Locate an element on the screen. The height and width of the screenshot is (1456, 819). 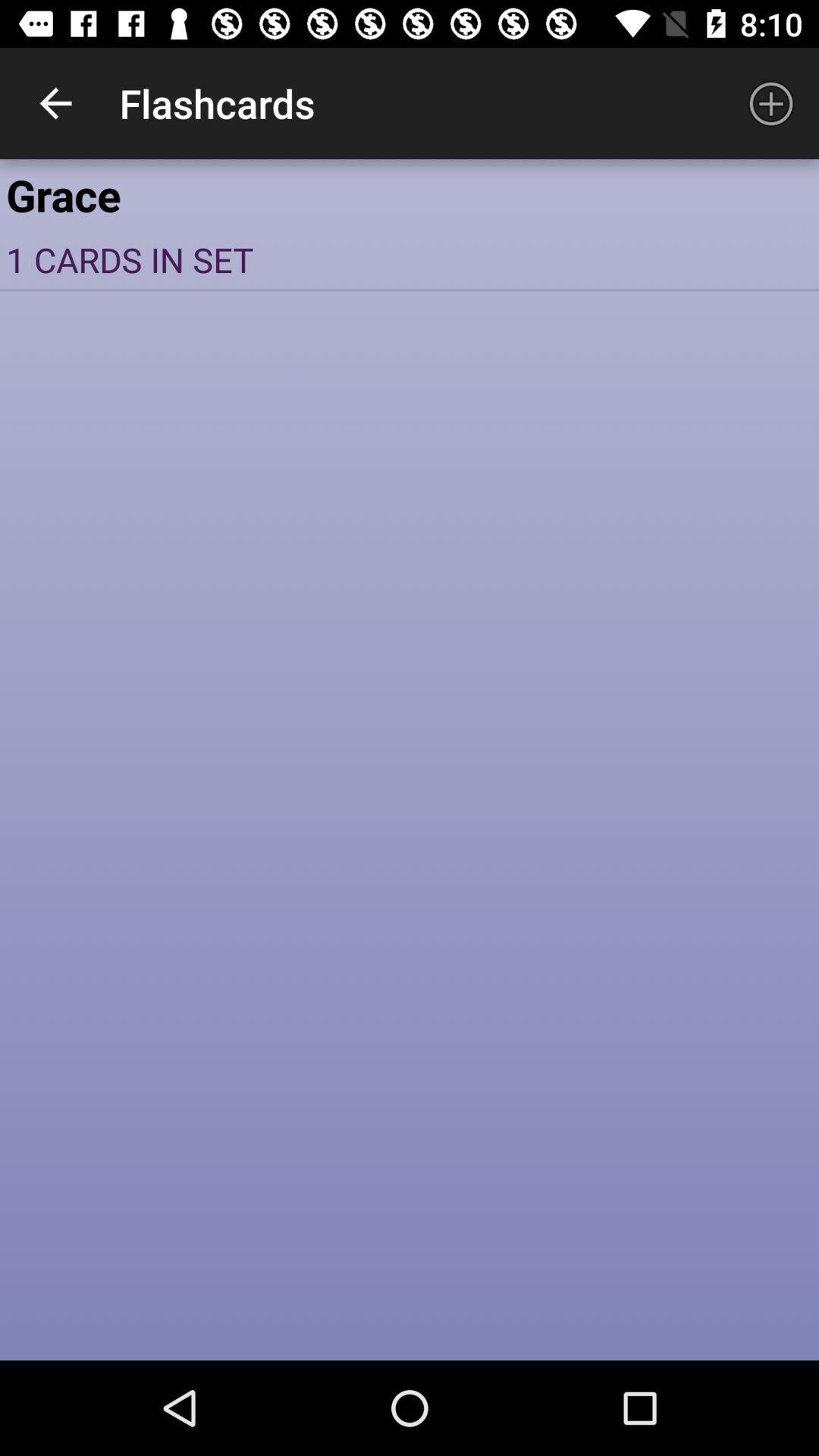
item below the grace is located at coordinates (409, 259).